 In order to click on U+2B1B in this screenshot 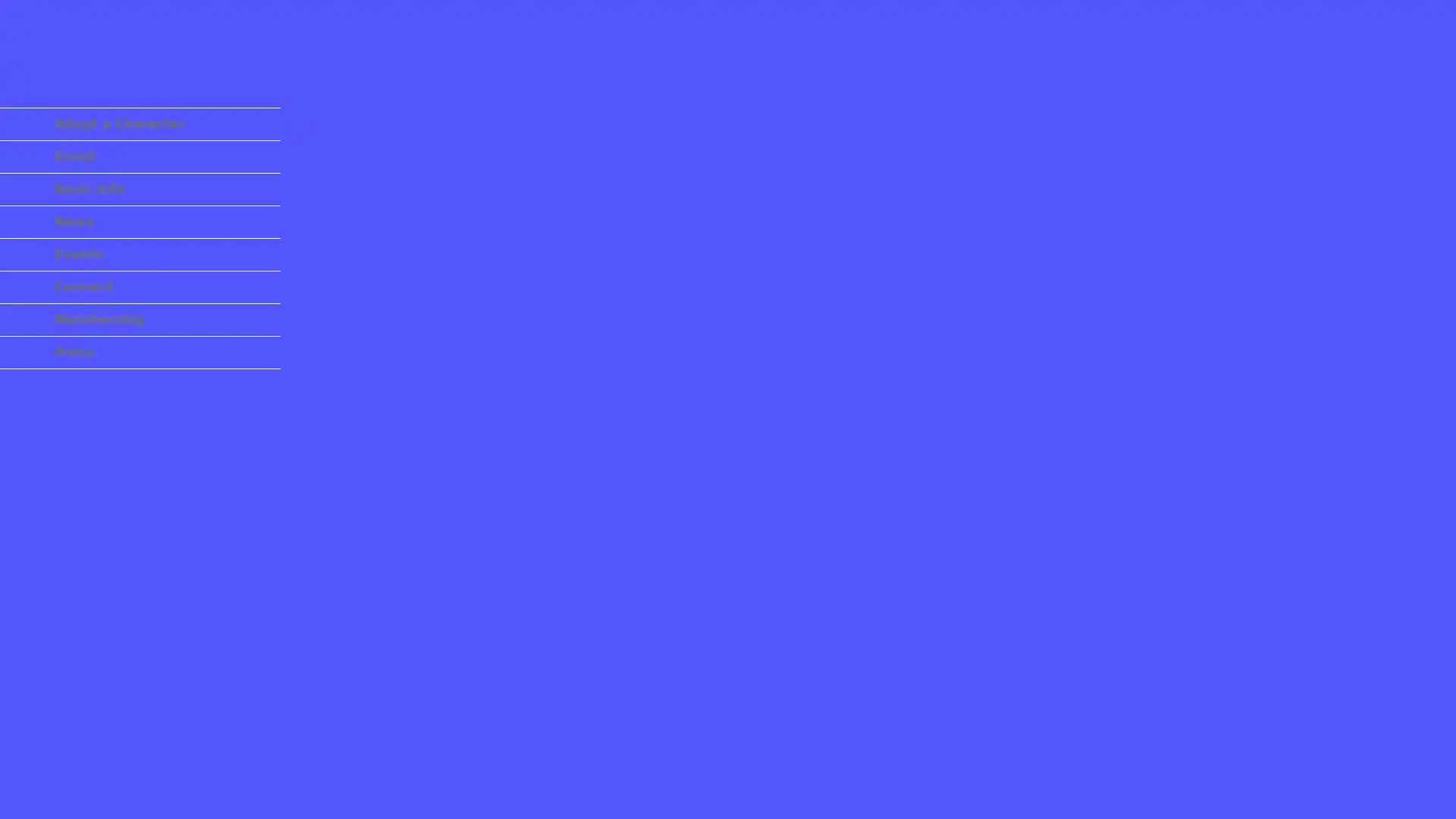, I will do `click(1164, 531)`.